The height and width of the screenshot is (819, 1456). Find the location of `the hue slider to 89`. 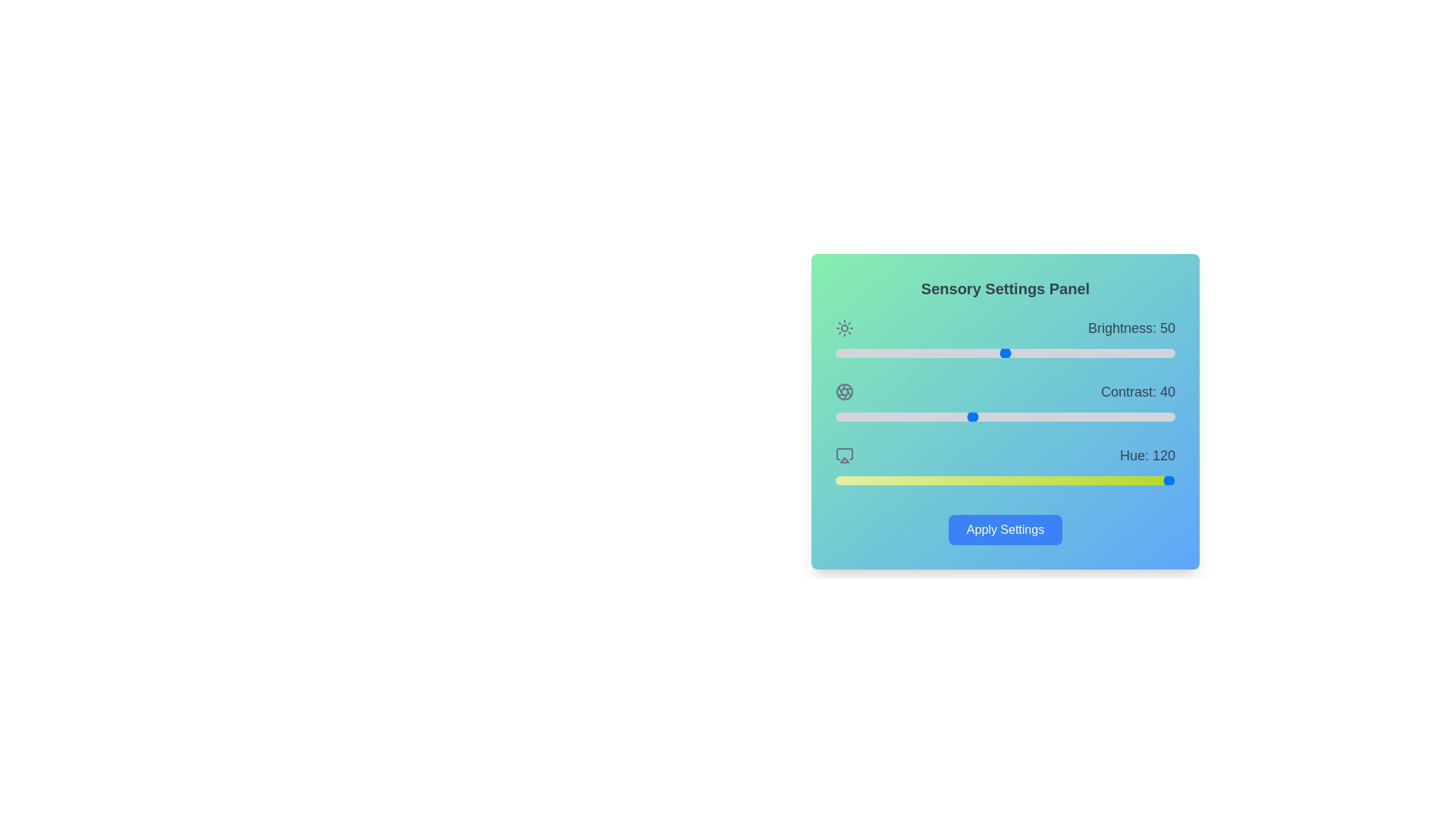

the hue slider to 89 is located at coordinates (918, 480).